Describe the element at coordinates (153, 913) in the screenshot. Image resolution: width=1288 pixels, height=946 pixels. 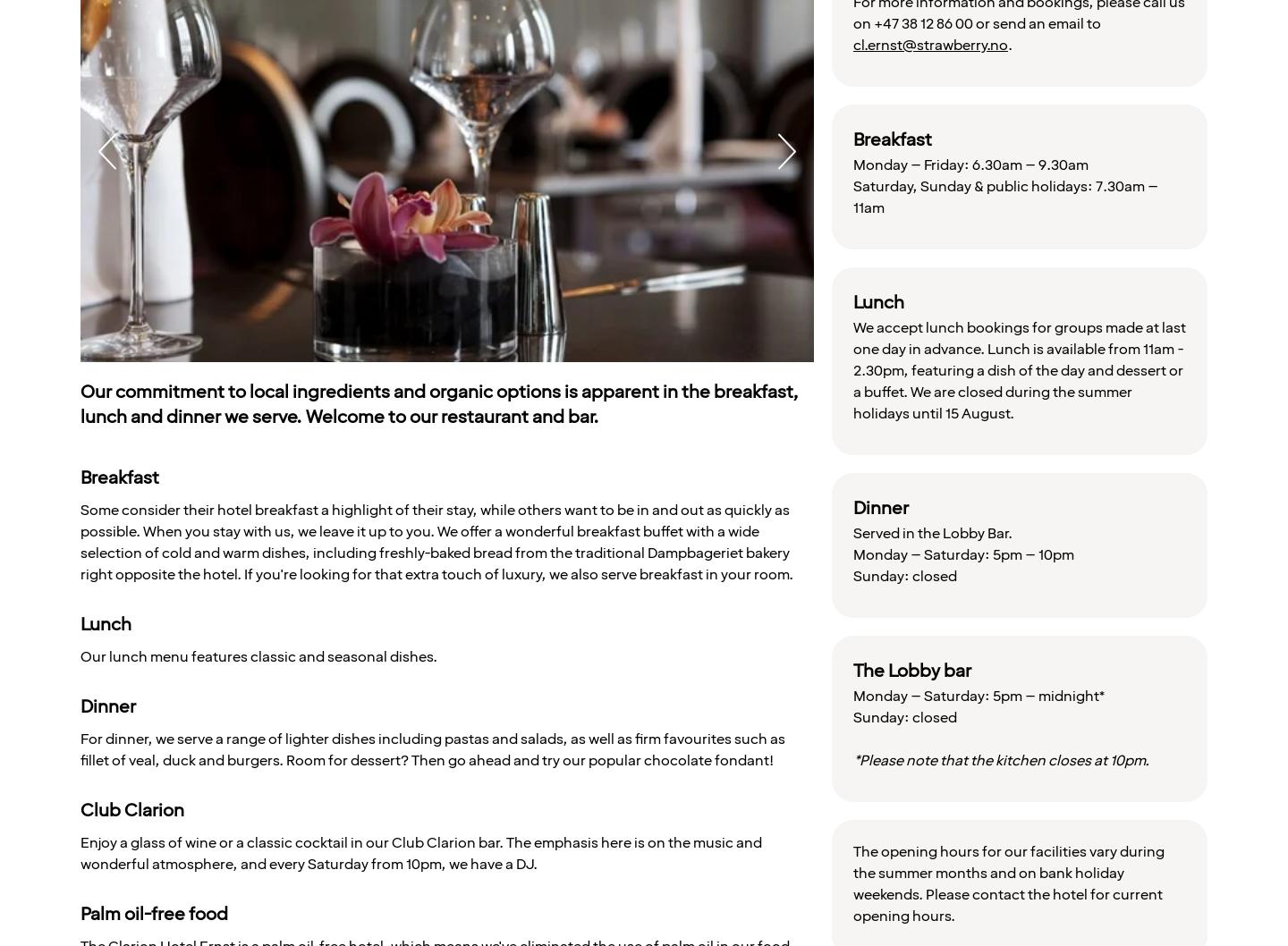
I see `'Palm oil-free food'` at that location.